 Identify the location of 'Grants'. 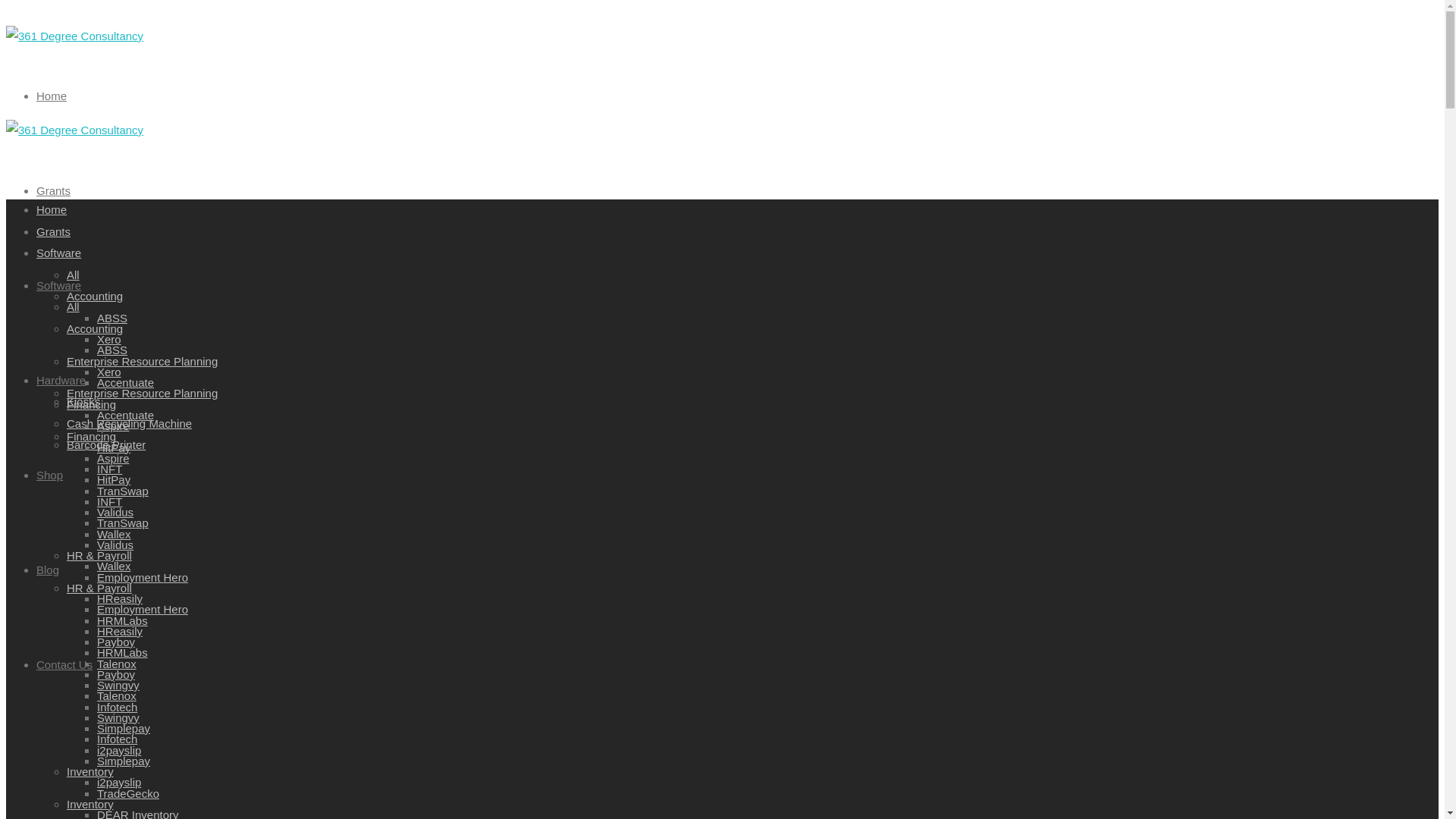
(53, 231).